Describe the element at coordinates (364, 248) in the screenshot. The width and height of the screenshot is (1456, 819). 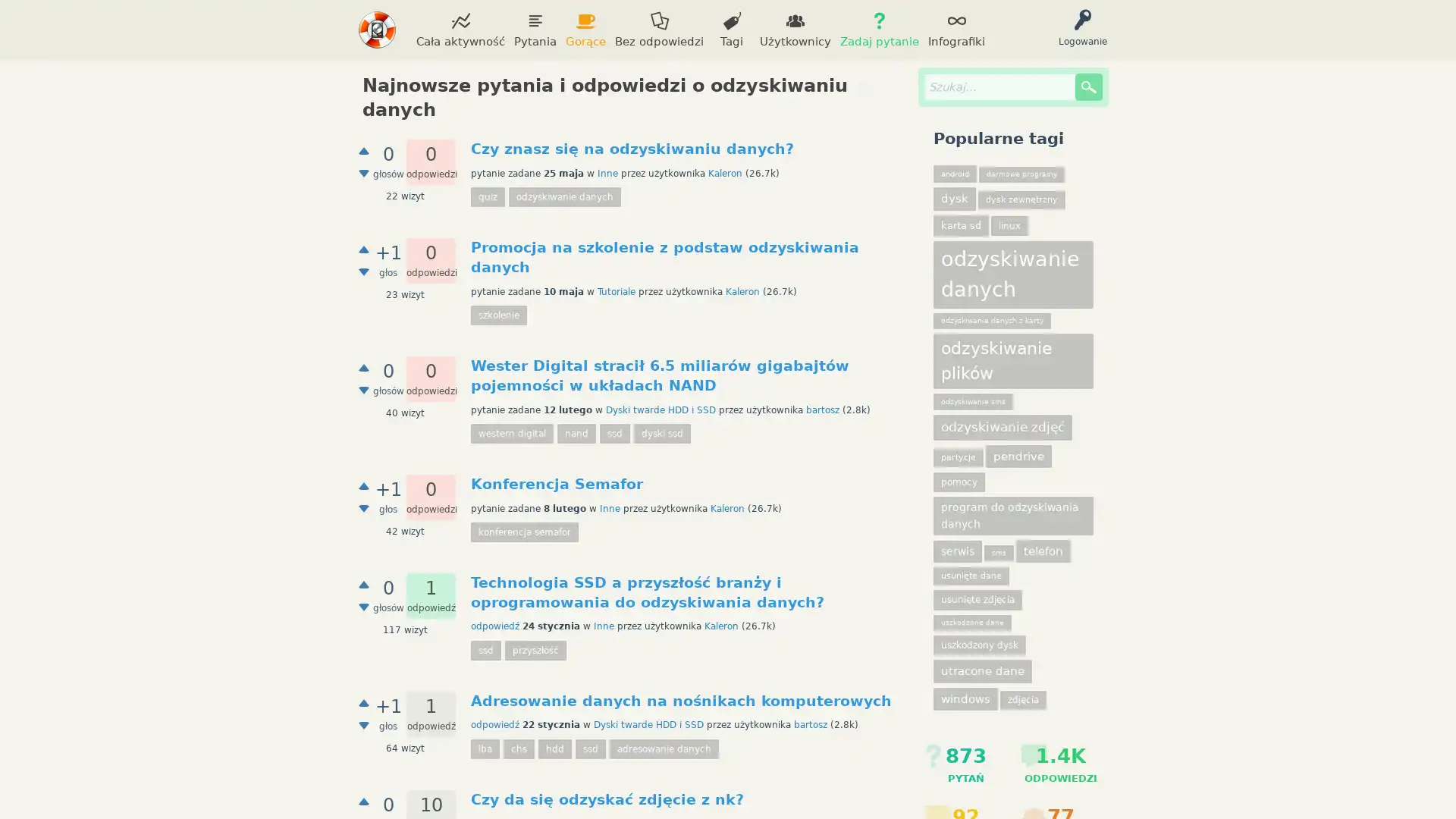
I see `+` at that location.